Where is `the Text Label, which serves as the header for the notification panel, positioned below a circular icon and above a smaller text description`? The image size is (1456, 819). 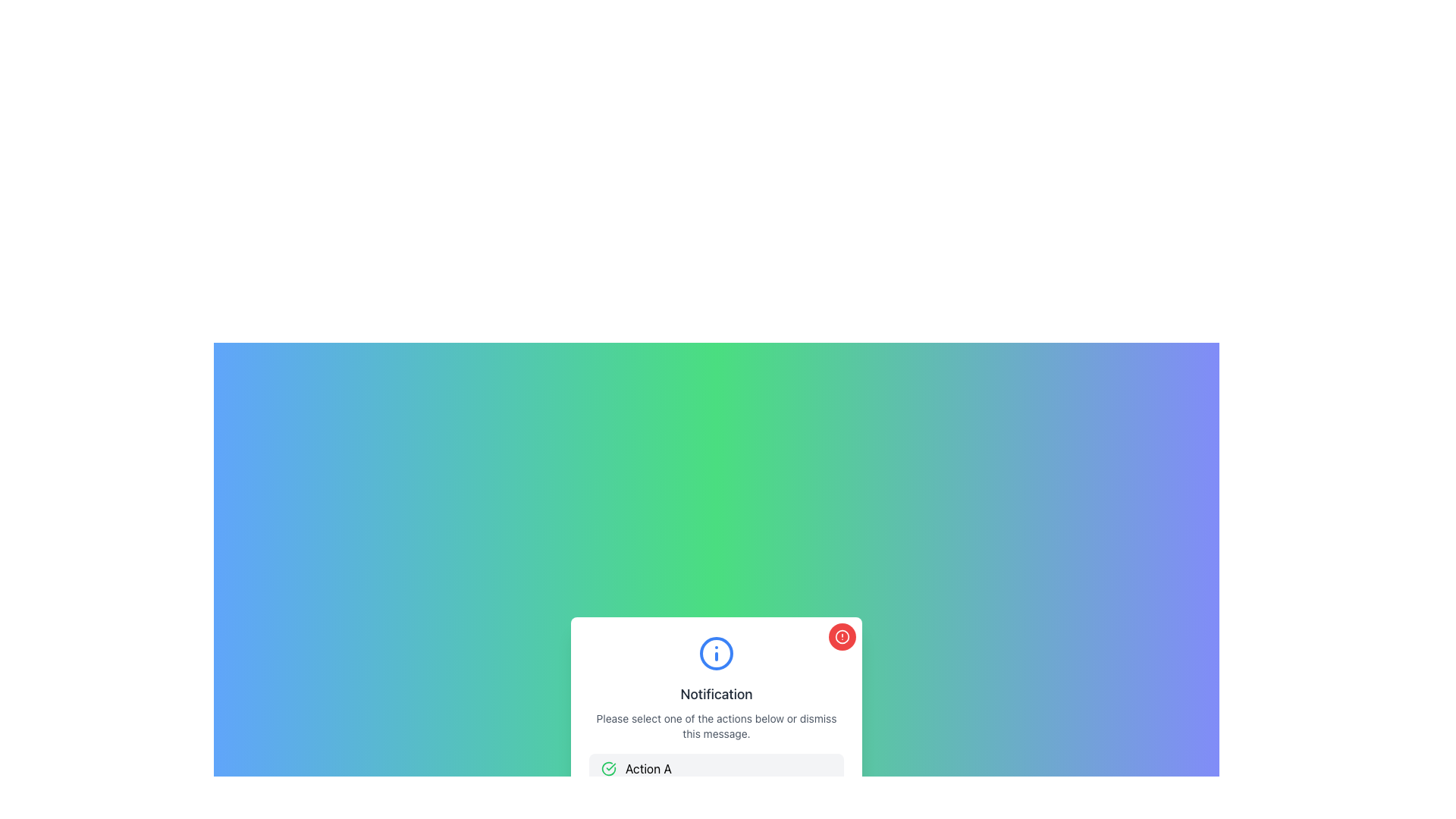
the Text Label, which serves as the header for the notification panel, positioned below a circular icon and above a smaller text description is located at coordinates (716, 694).